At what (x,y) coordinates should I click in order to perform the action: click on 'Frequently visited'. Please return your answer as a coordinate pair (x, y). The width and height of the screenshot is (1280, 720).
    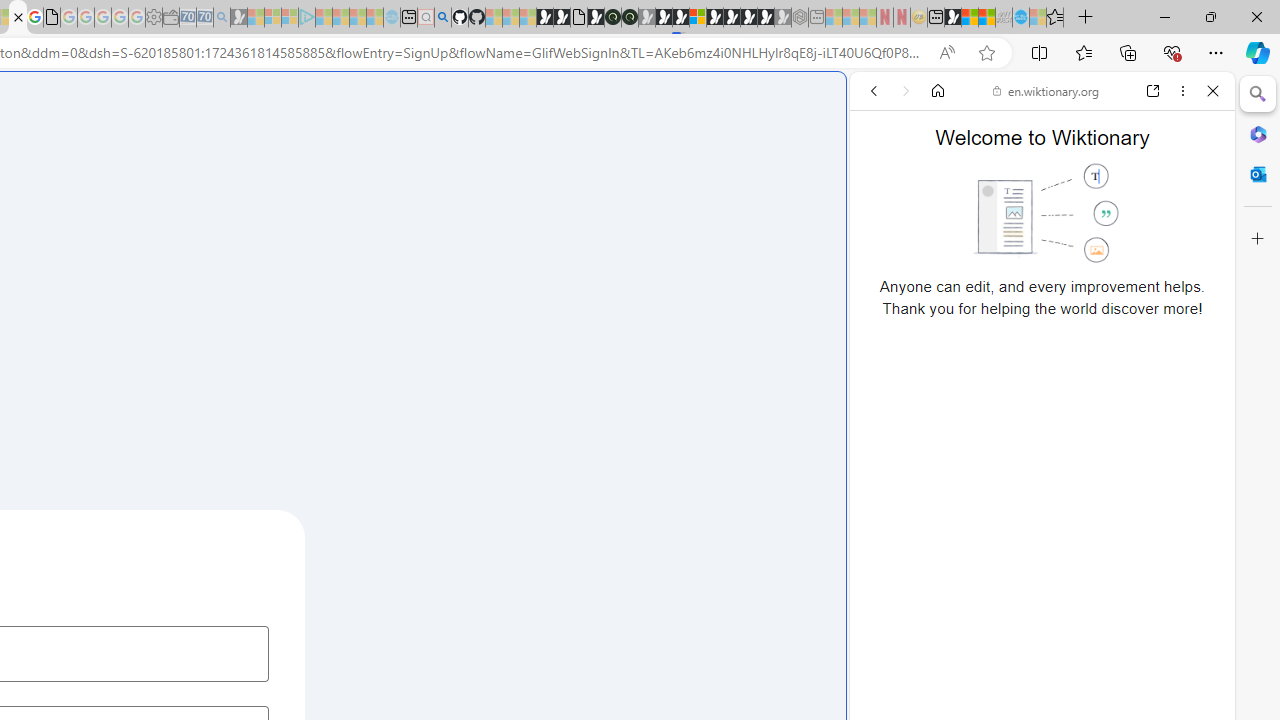
    Looking at the image, I should click on (417, 265).